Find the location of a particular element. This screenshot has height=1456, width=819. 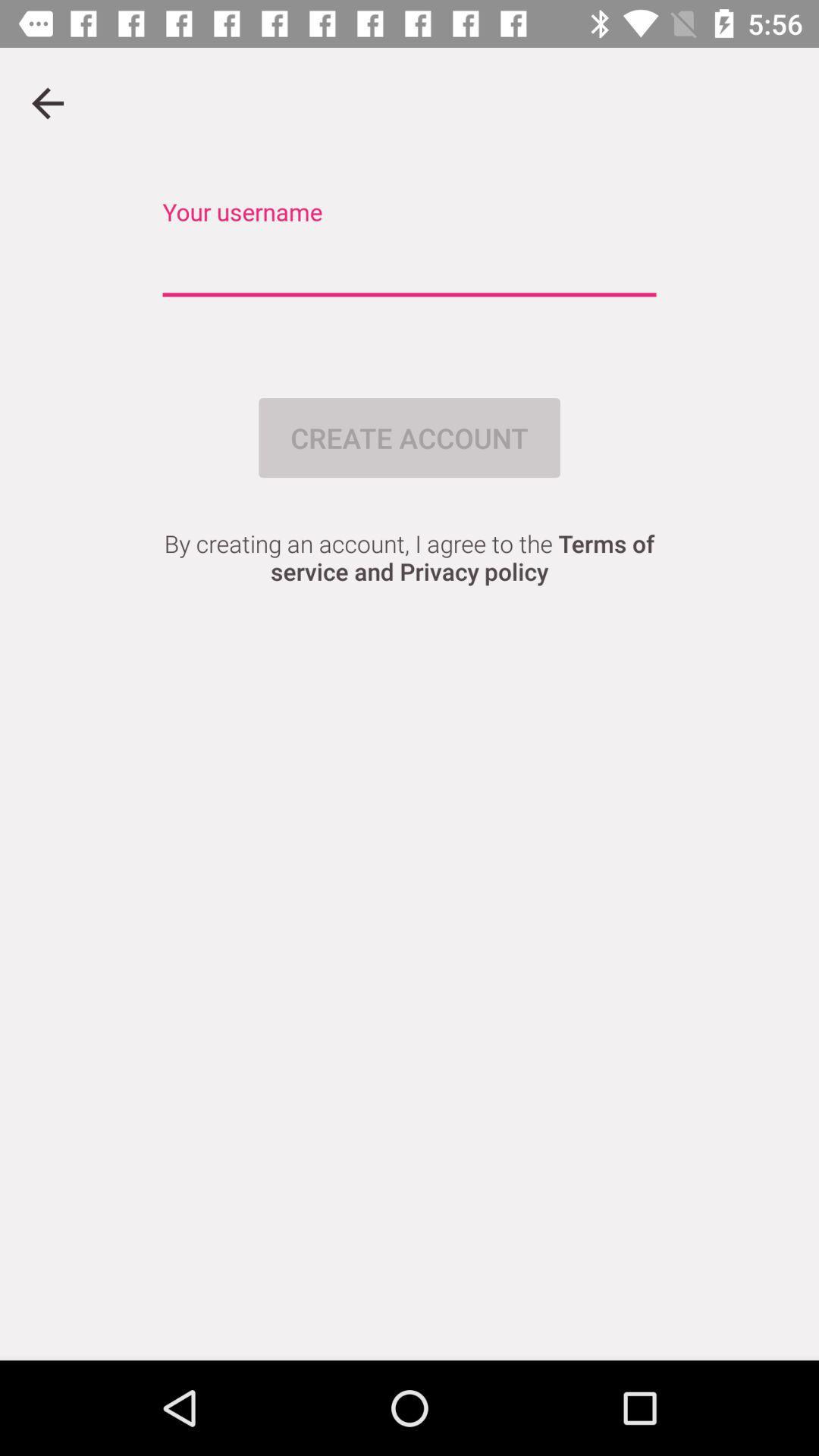

type the username is located at coordinates (409, 265).